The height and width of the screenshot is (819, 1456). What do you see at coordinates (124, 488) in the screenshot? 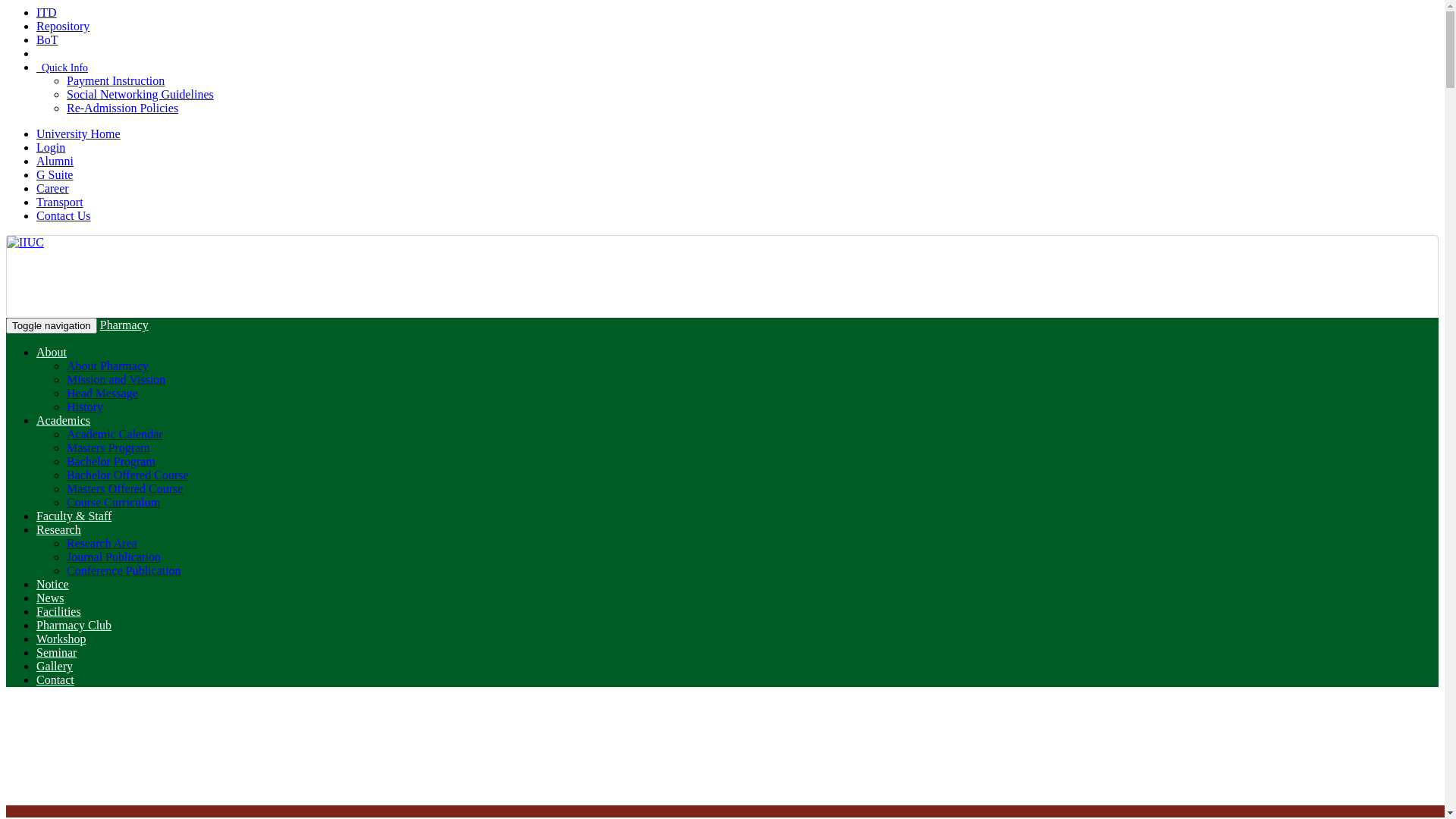
I see `'Masters Offered Course'` at bounding box center [124, 488].